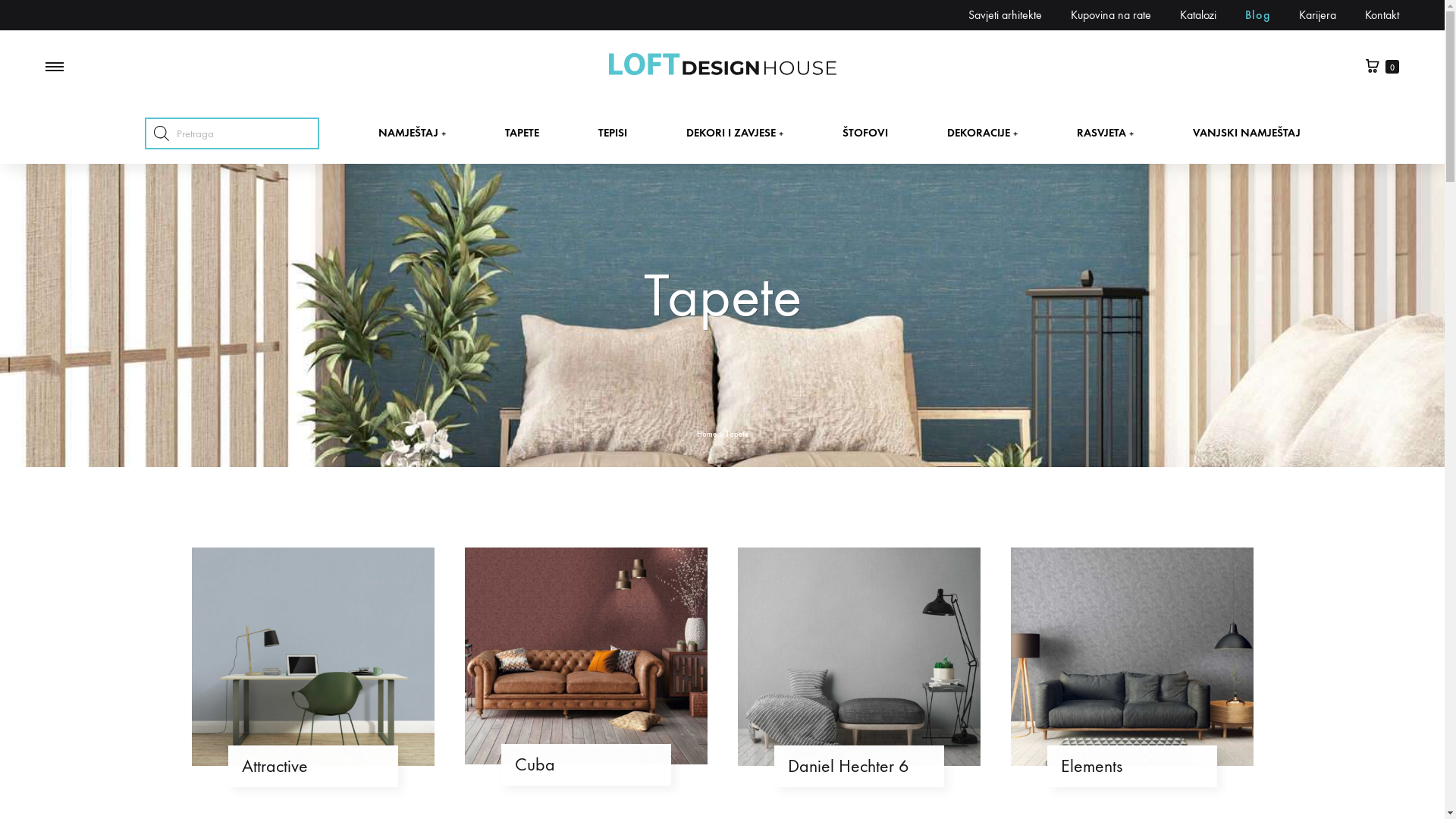  I want to click on 'Kontakt', so click(1365, 14).